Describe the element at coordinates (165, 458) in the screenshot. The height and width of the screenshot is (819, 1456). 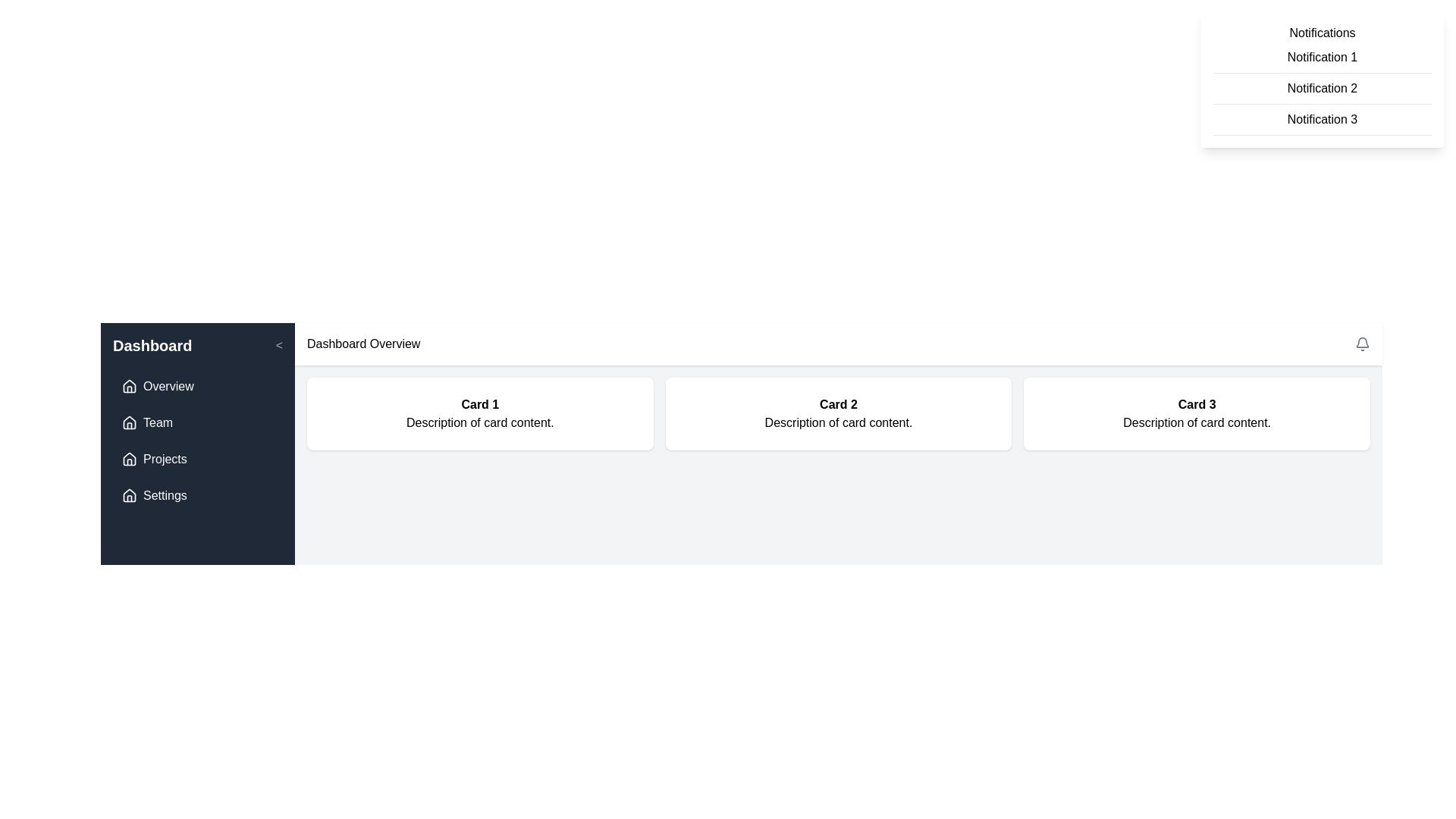
I see `the 'Projects' text label located in the vertical menu on the left sidebar, which is displayed in white text on a dark background, positioned below the 'Team' item and above the 'Settings' item` at that location.